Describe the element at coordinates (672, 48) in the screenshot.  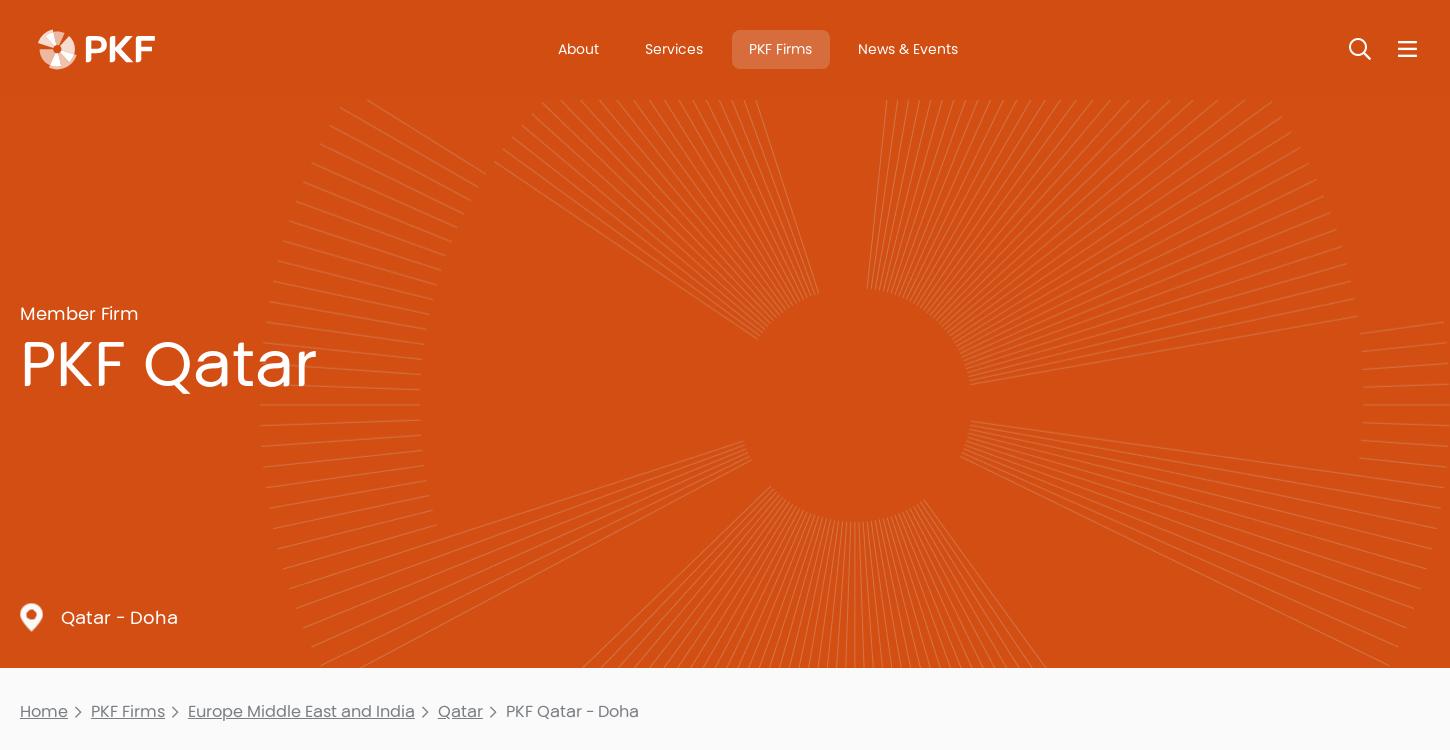
I see `'Services'` at that location.